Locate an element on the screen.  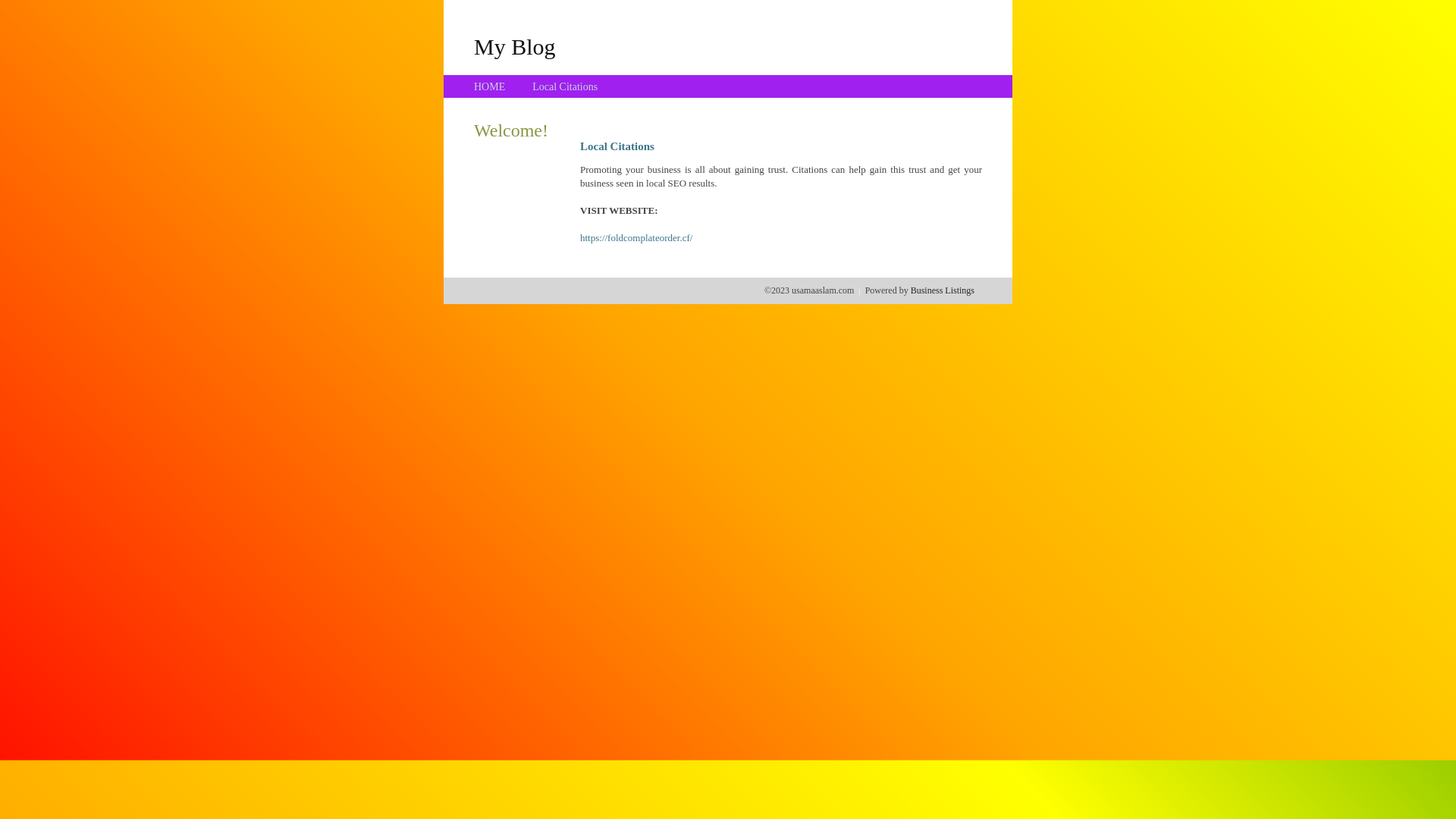
'My Blog' is located at coordinates (514, 45).